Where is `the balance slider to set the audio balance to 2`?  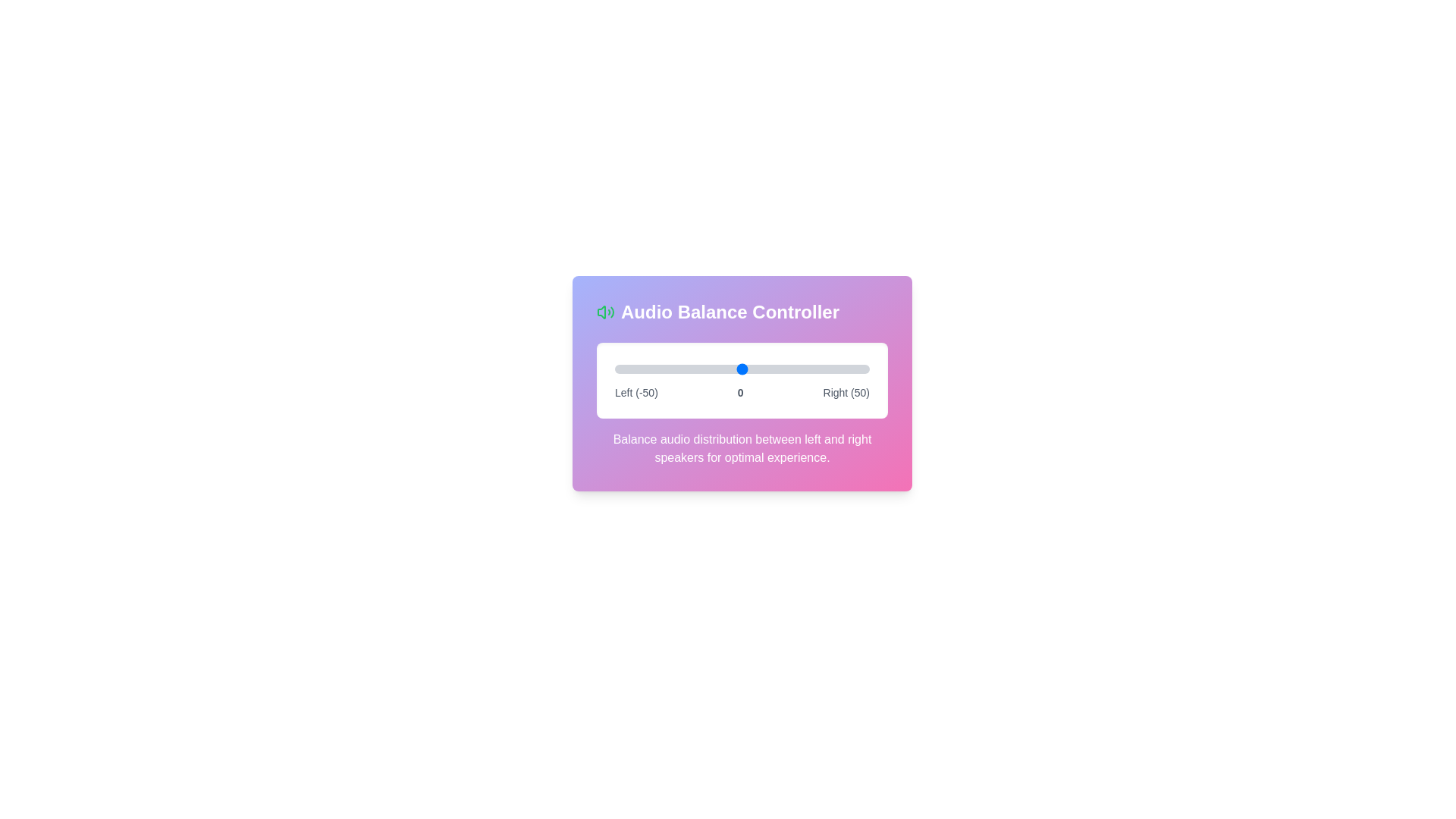
the balance slider to set the audio balance to 2 is located at coordinates (747, 369).